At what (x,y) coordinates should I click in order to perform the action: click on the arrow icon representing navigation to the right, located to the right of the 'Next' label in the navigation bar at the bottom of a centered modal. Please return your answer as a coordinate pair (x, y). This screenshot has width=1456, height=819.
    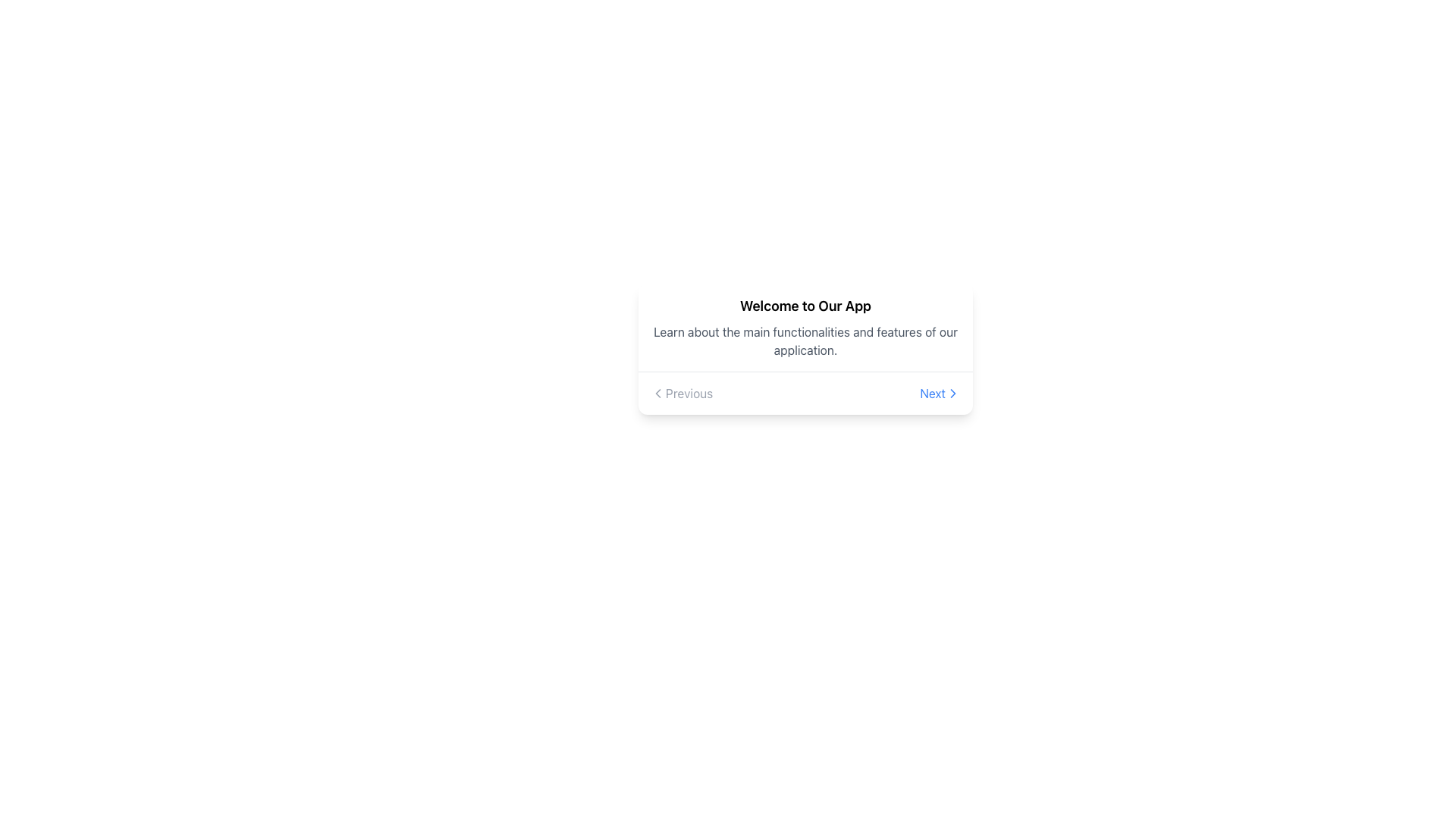
    Looking at the image, I should click on (952, 393).